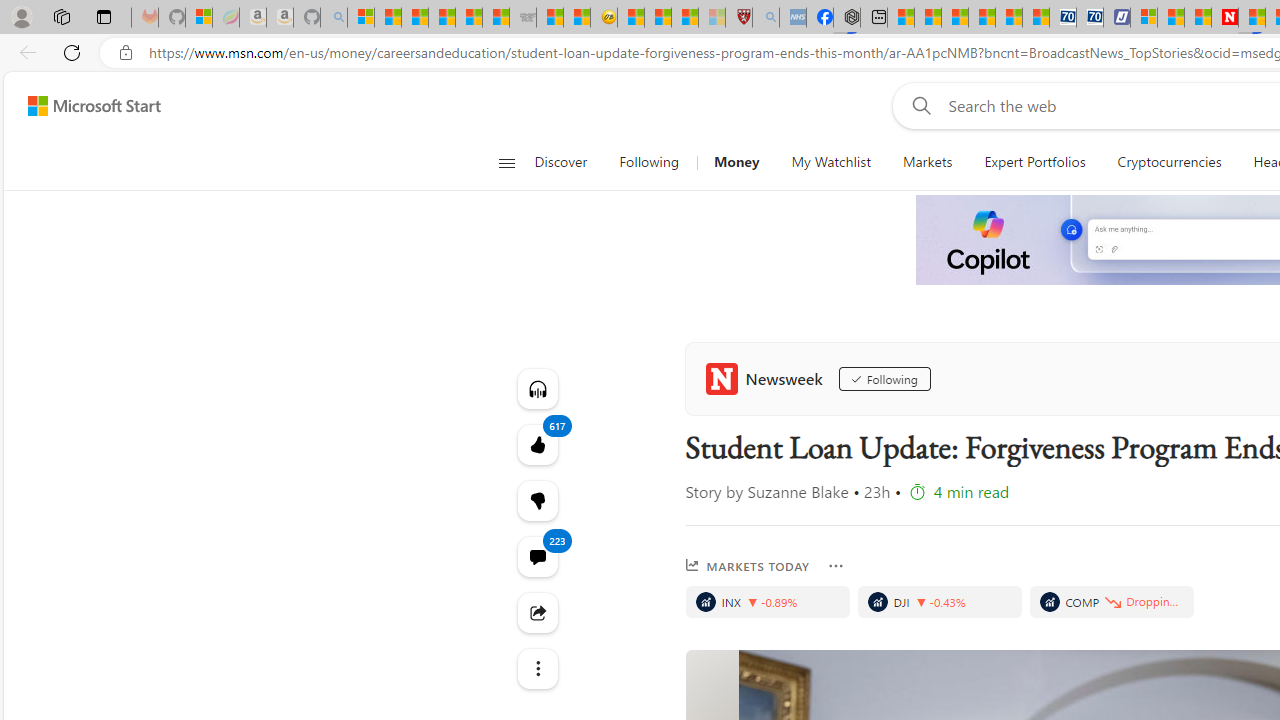 The height and width of the screenshot is (720, 1280). Describe the element at coordinates (1223, 17) in the screenshot. I see `'Newsweek - News, Analysis, Politics, Business, Technology'` at that location.